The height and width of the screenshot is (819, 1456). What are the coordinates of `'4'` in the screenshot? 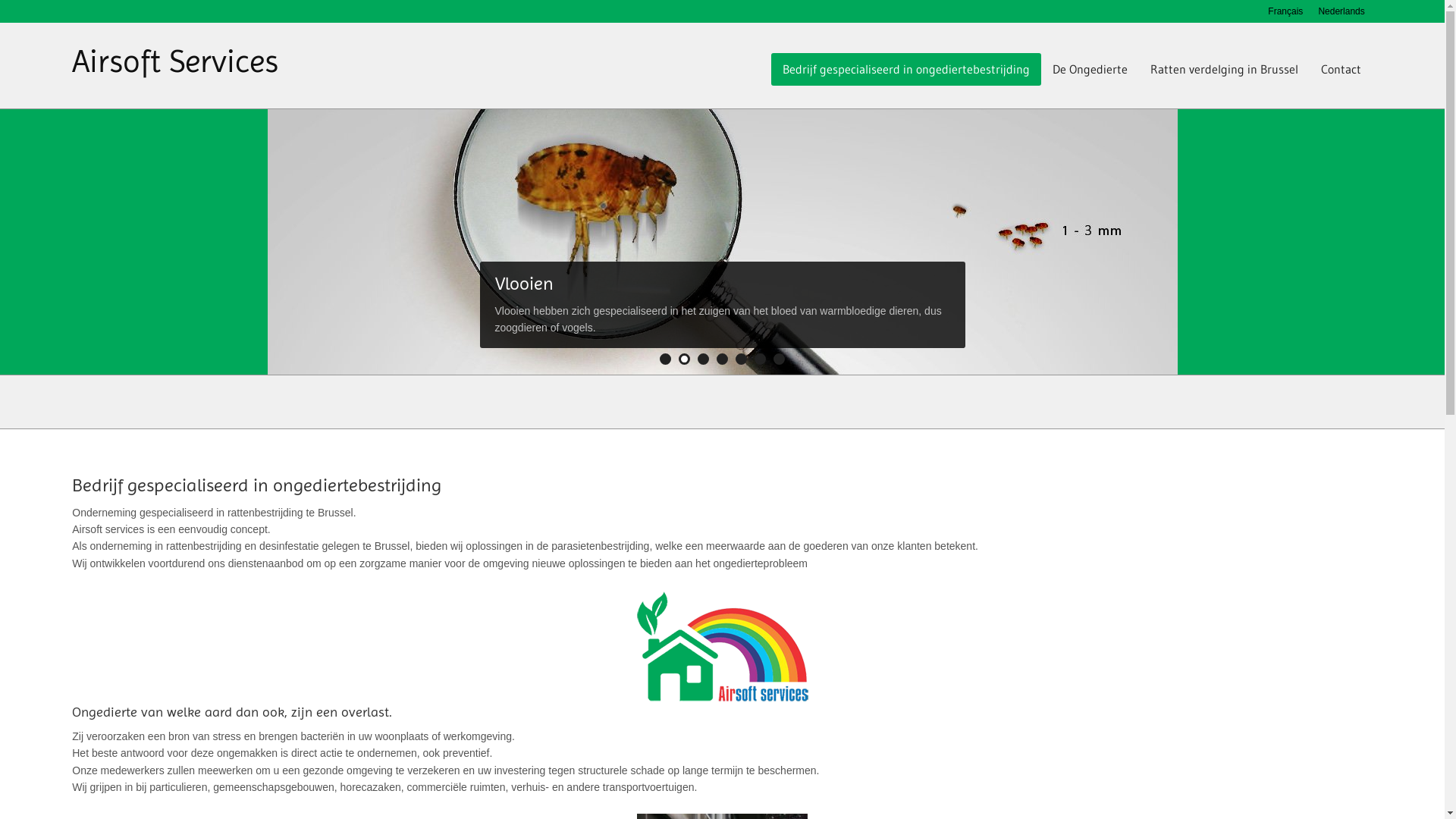 It's located at (721, 359).